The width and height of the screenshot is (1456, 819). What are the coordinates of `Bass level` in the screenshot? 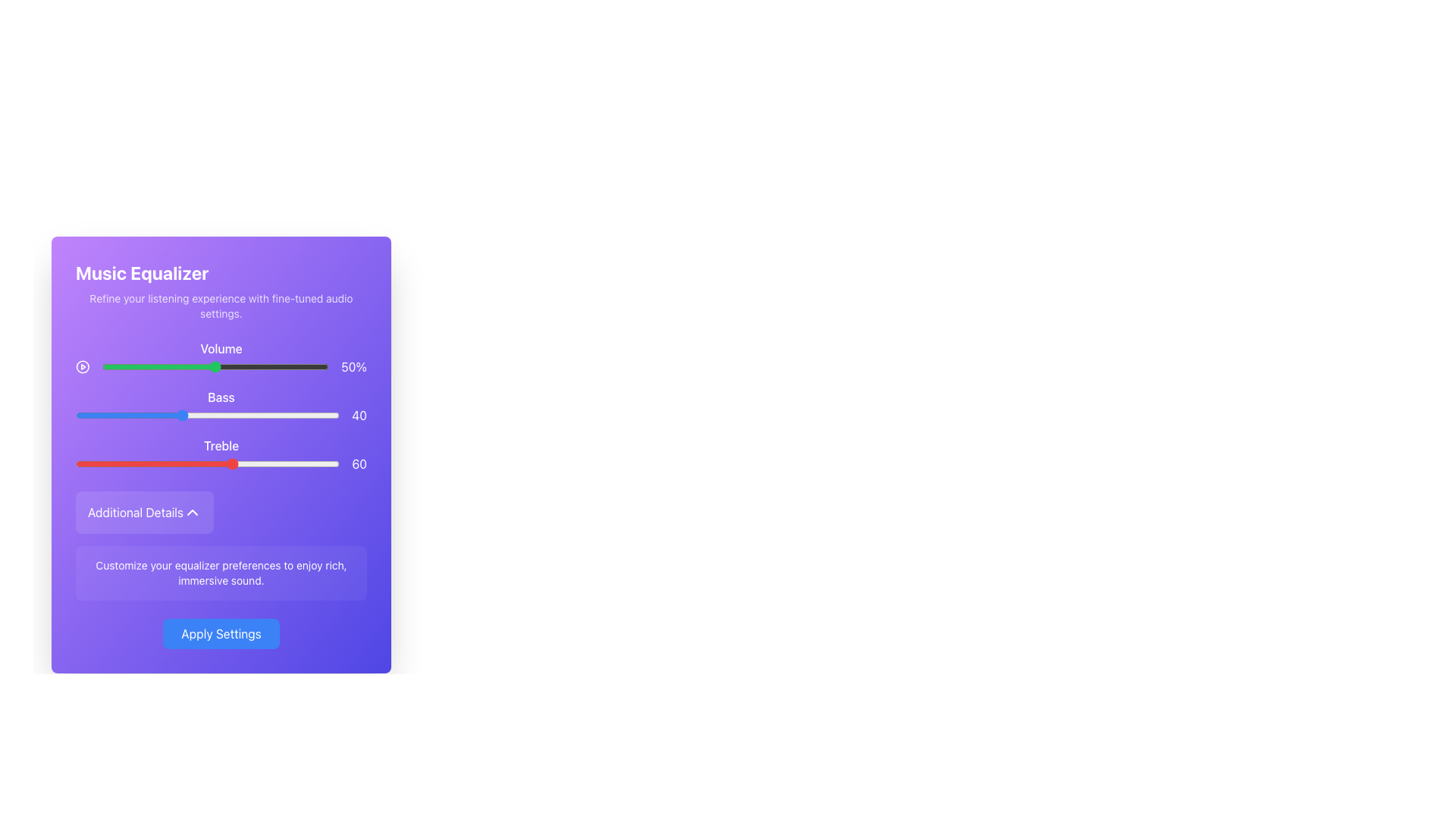 It's located at (260, 415).